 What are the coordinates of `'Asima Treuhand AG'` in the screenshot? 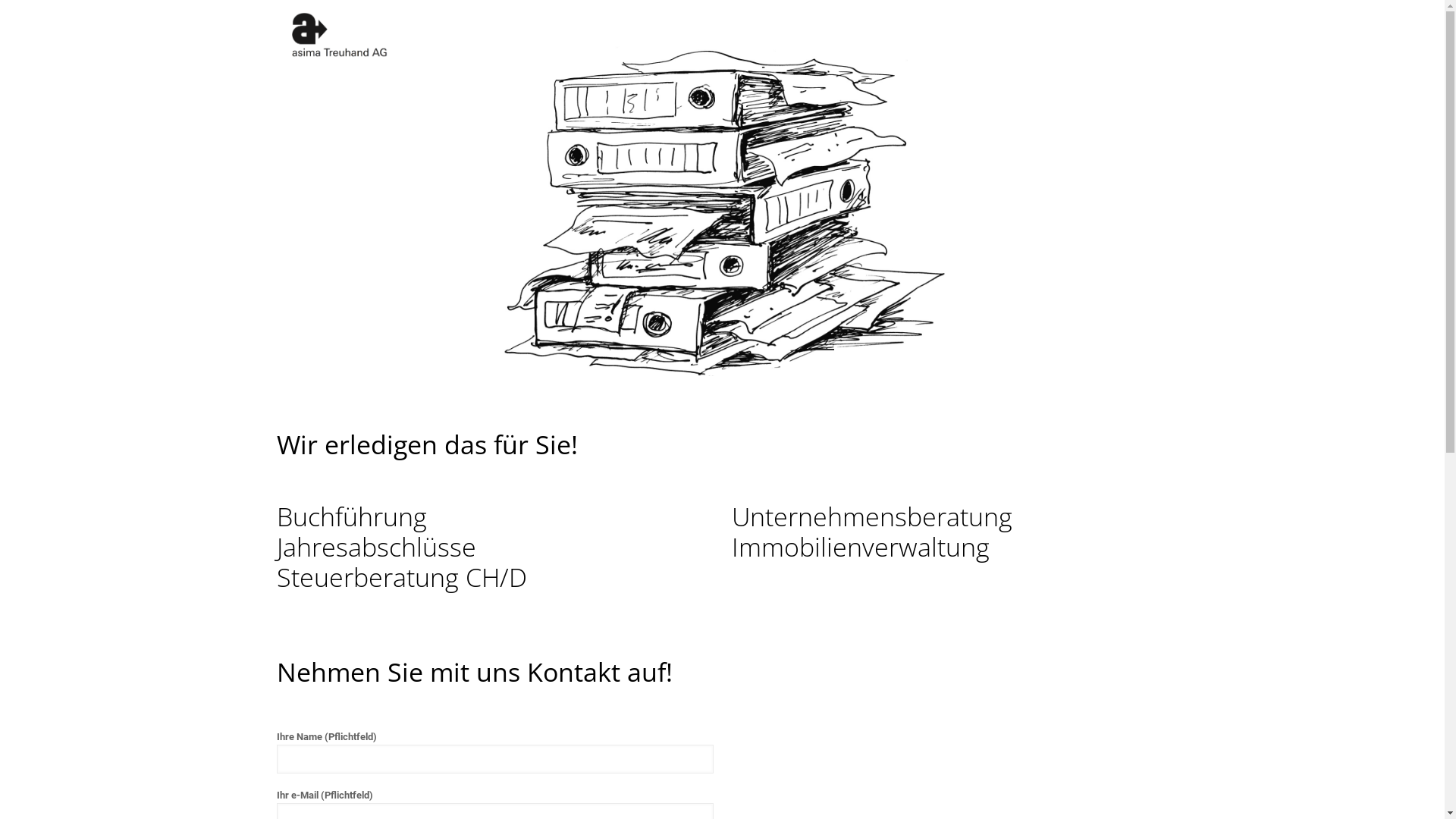 It's located at (337, 34).